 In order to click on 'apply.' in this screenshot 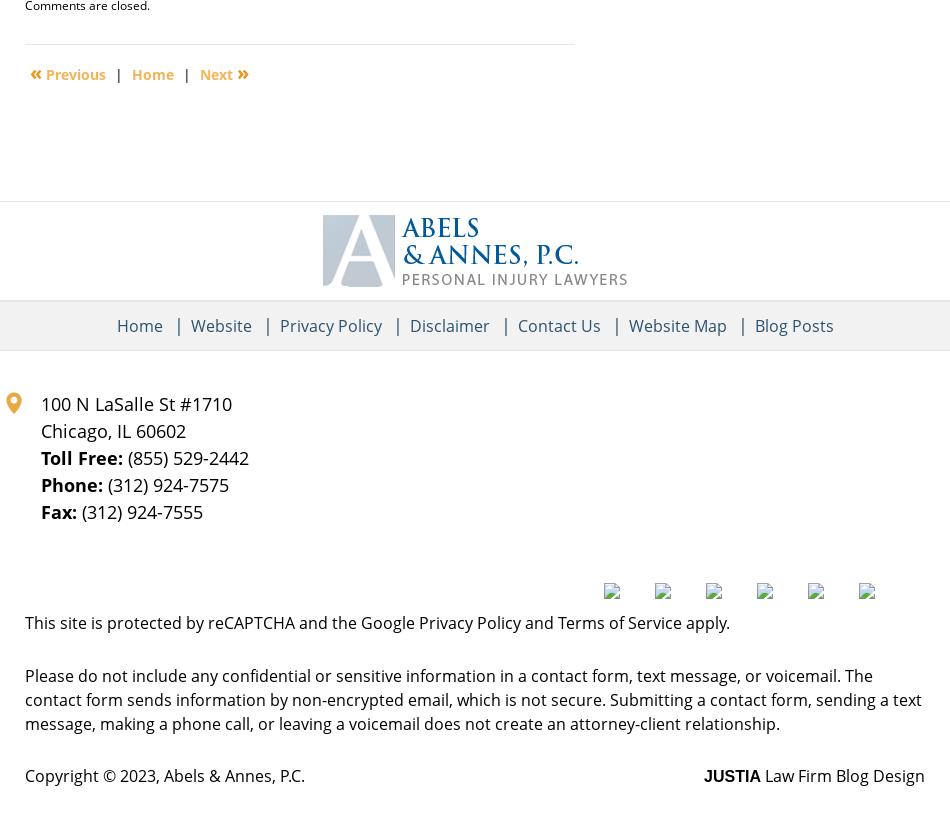, I will do `click(706, 621)`.